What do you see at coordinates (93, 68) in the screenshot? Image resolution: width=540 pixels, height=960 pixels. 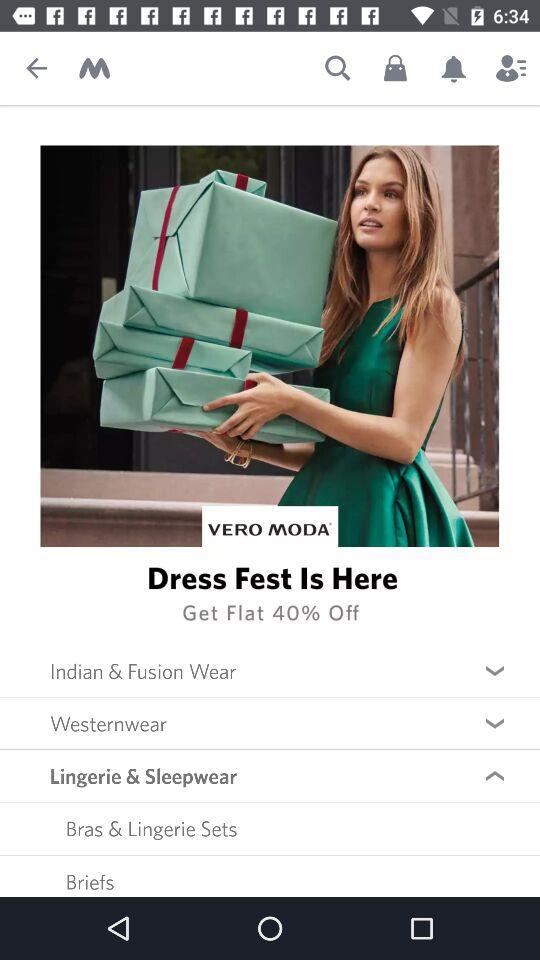 I see `home screen` at bounding box center [93, 68].